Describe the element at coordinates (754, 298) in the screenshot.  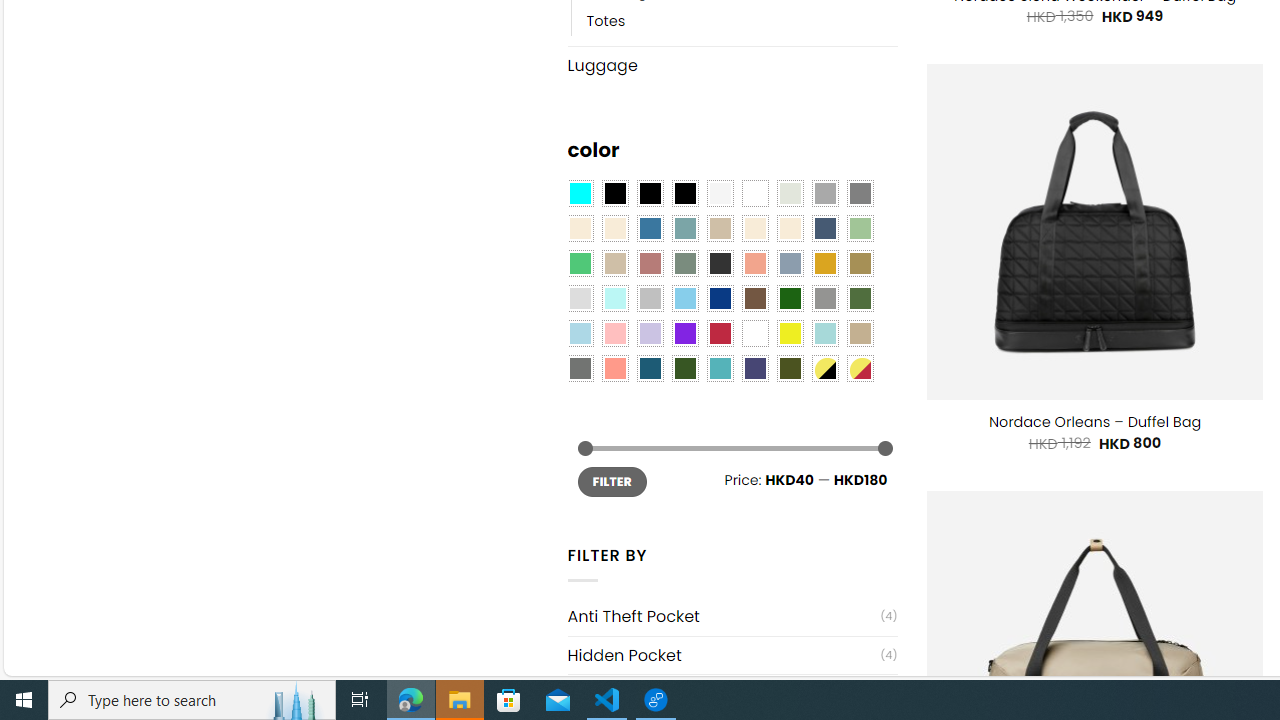
I see `'Brown'` at that location.